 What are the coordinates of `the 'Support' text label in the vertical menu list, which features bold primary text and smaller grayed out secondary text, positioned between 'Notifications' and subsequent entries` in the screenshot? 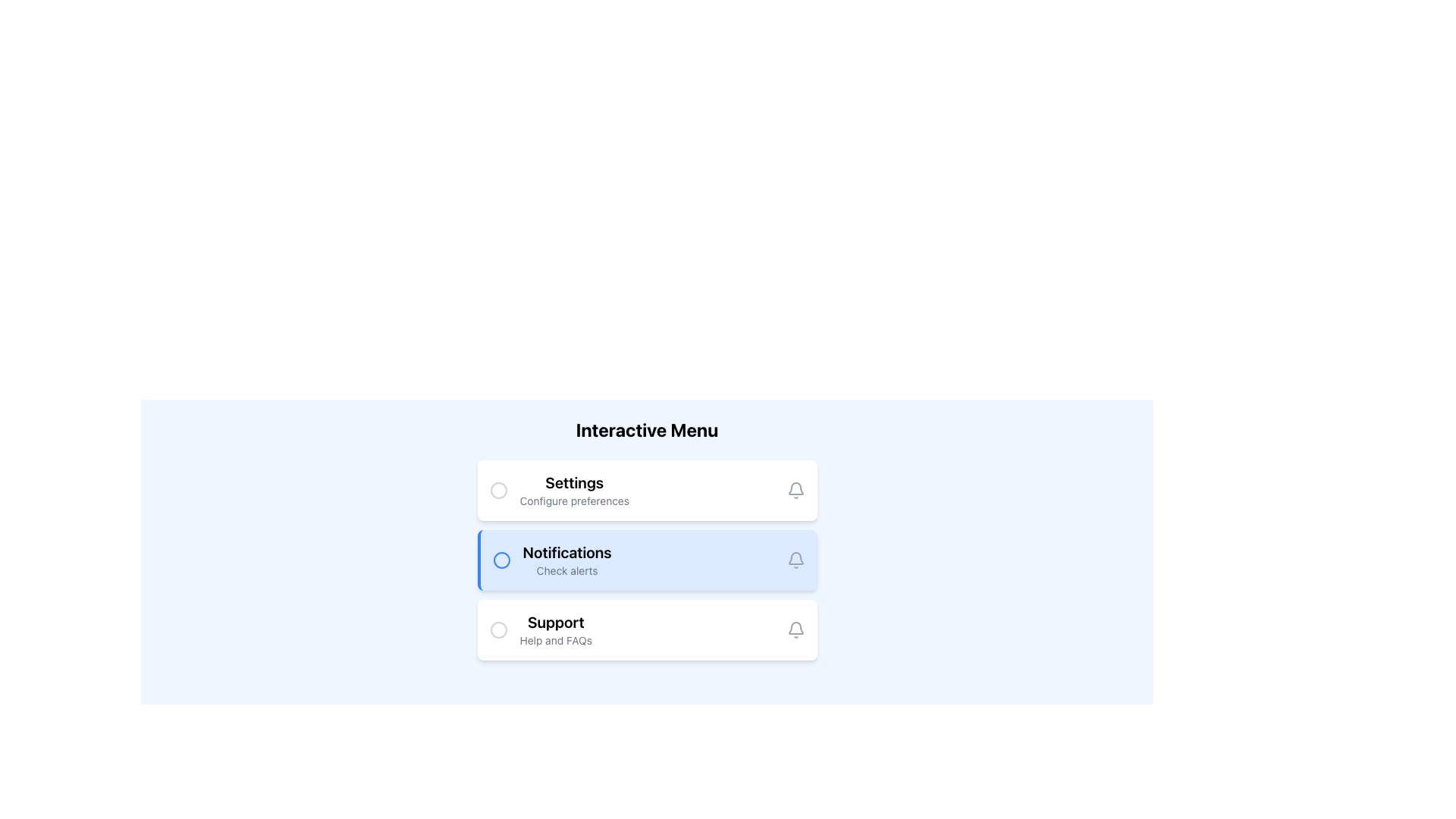 It's located at (555, 629).